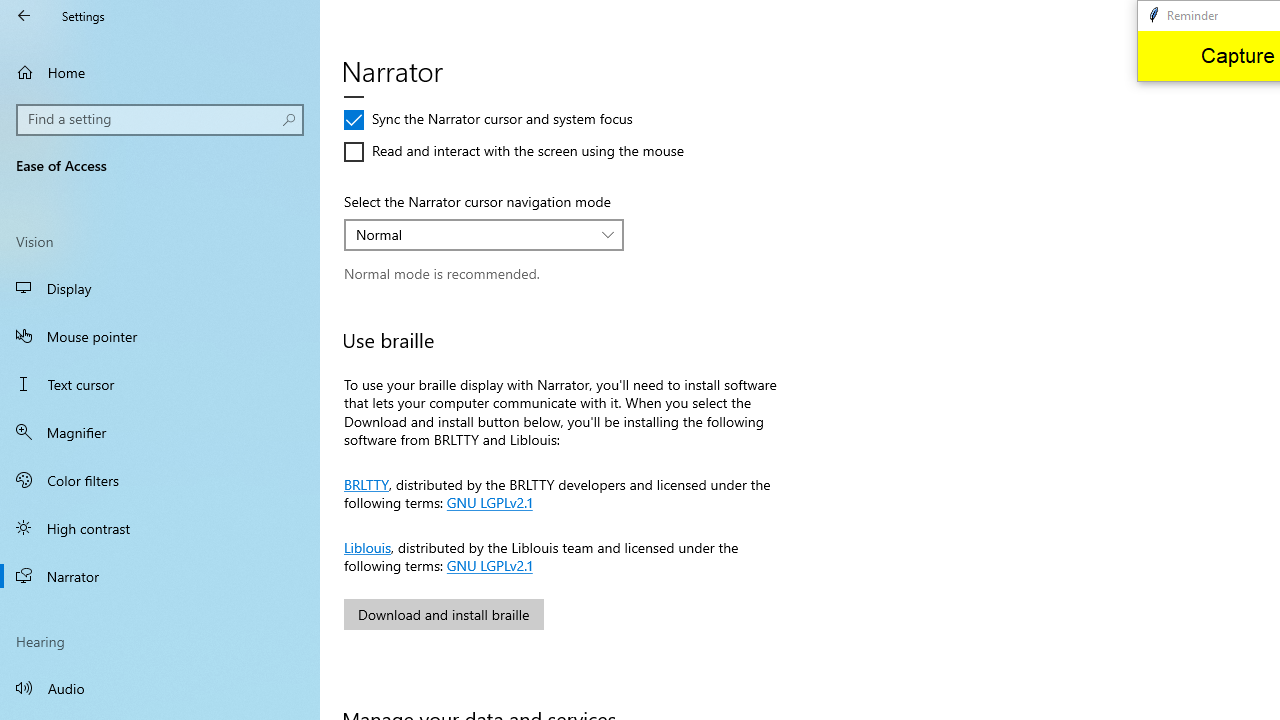  Describe the element at coordinates (443, 613) in the screenshot. I see `'Download and install braille'` at that location.